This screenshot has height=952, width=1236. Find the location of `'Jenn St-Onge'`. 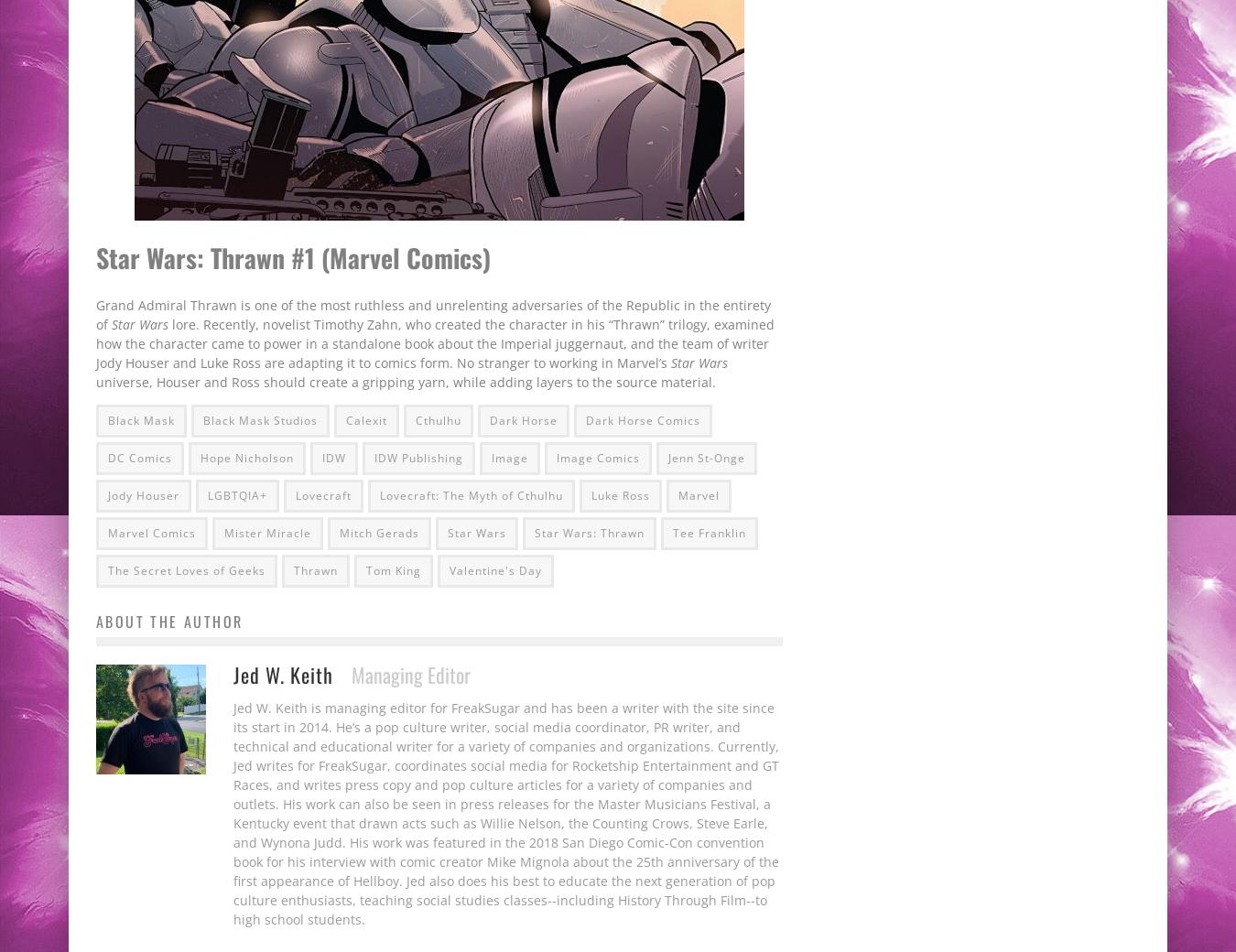

'Jenn St-Onge' is located at coordinates (706, 457).